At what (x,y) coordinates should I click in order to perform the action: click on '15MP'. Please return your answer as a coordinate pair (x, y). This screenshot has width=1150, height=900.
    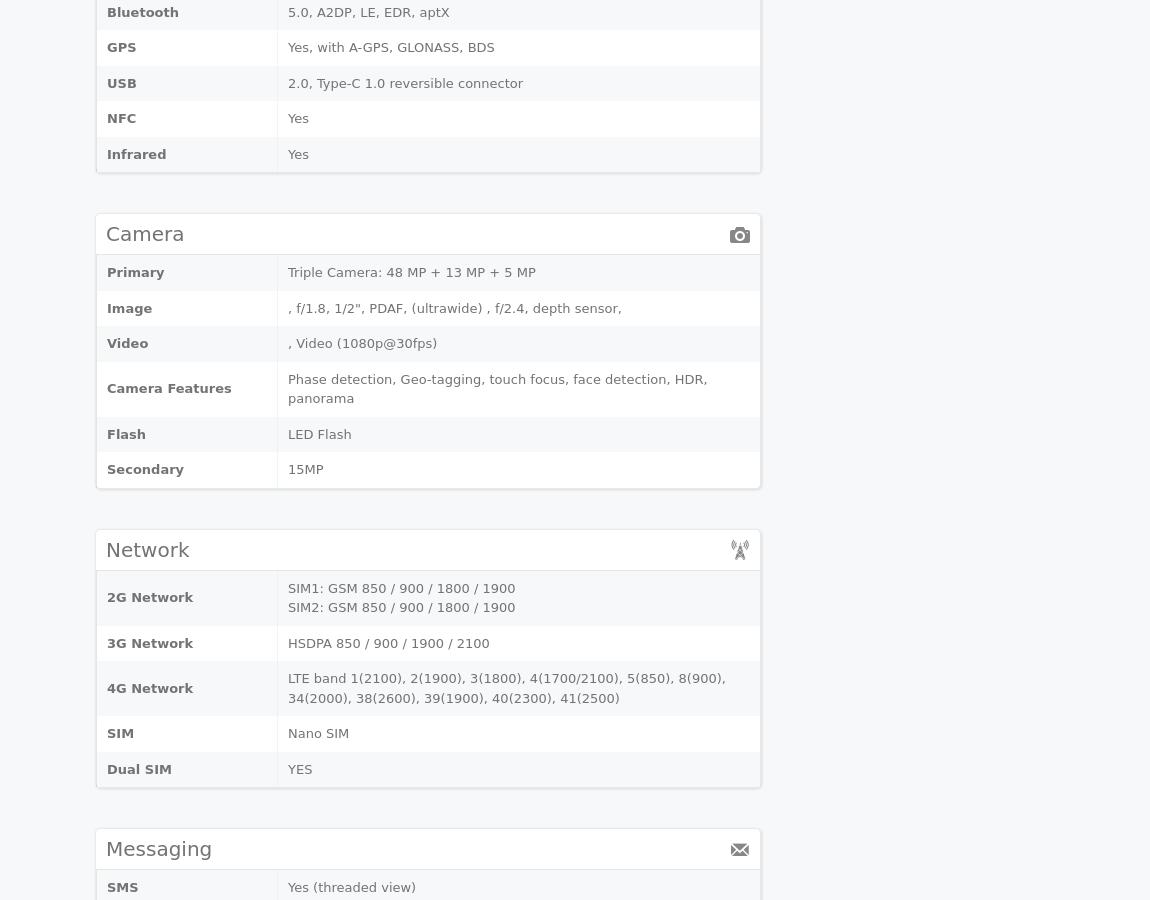
    Looking at the image, I should click on (305, 468).